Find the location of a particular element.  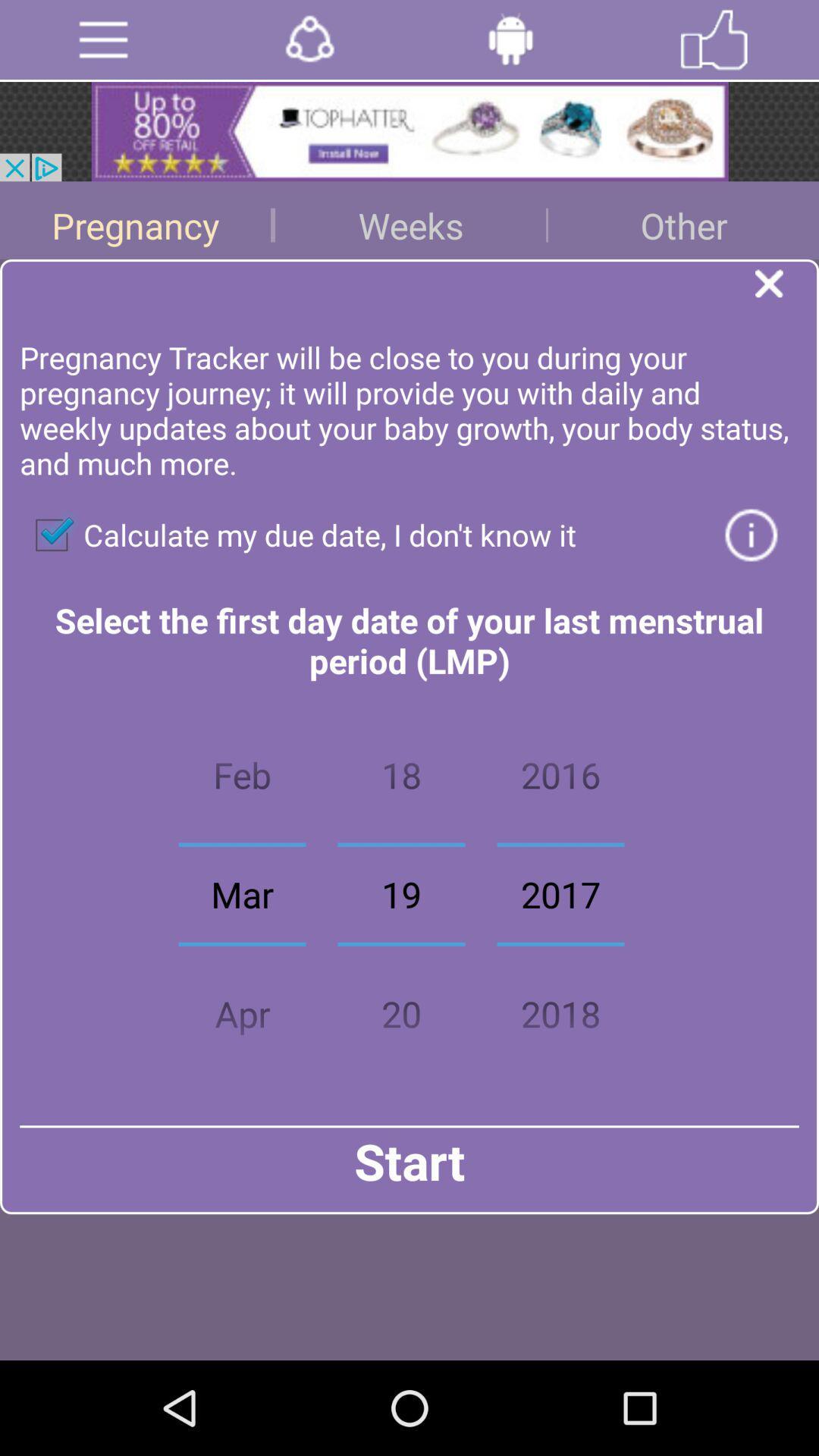

like the page is located at coordinates (714, 39).